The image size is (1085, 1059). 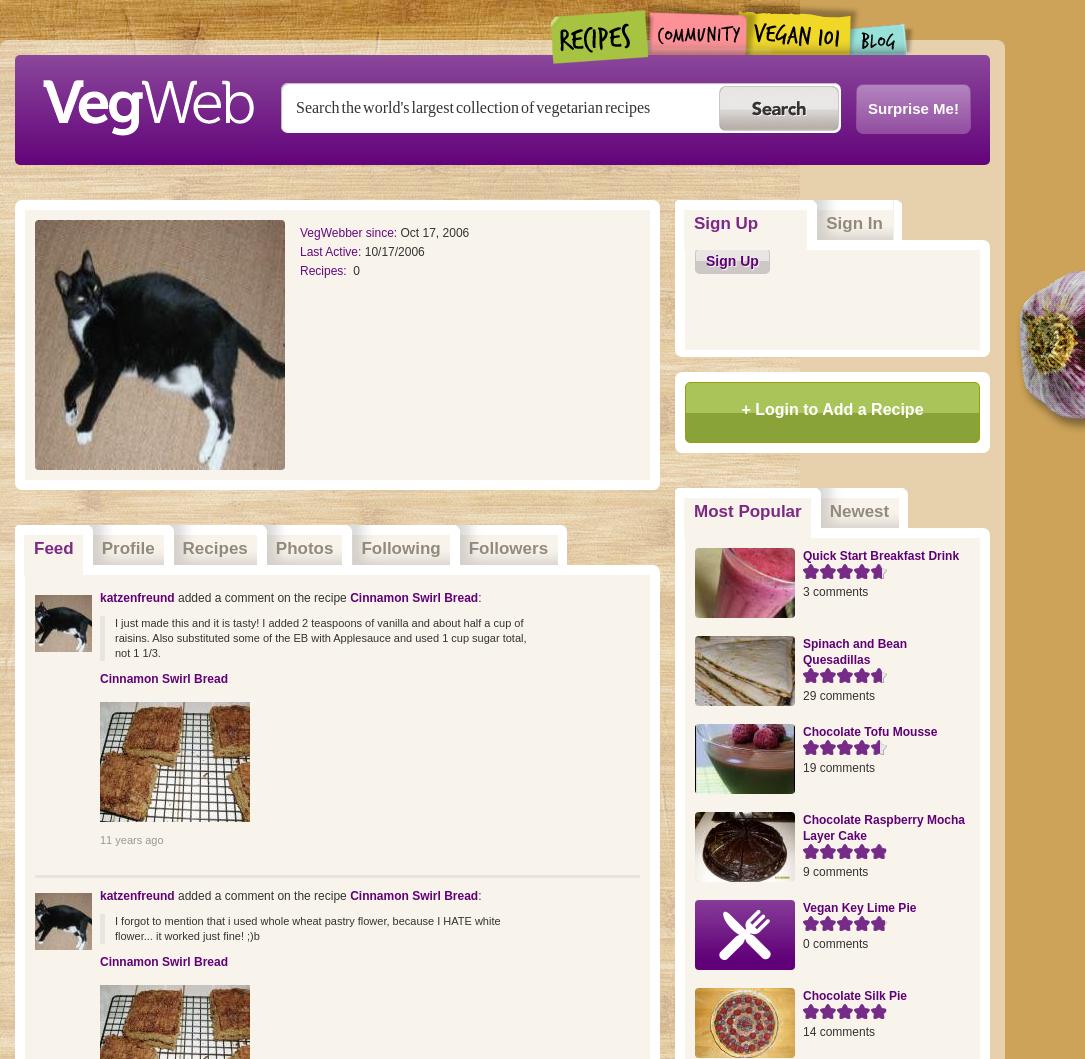 What do you see at coordinates (746, 511) in the screenshot?
I see `'Most Popular'` at bounding box center [746, 511].